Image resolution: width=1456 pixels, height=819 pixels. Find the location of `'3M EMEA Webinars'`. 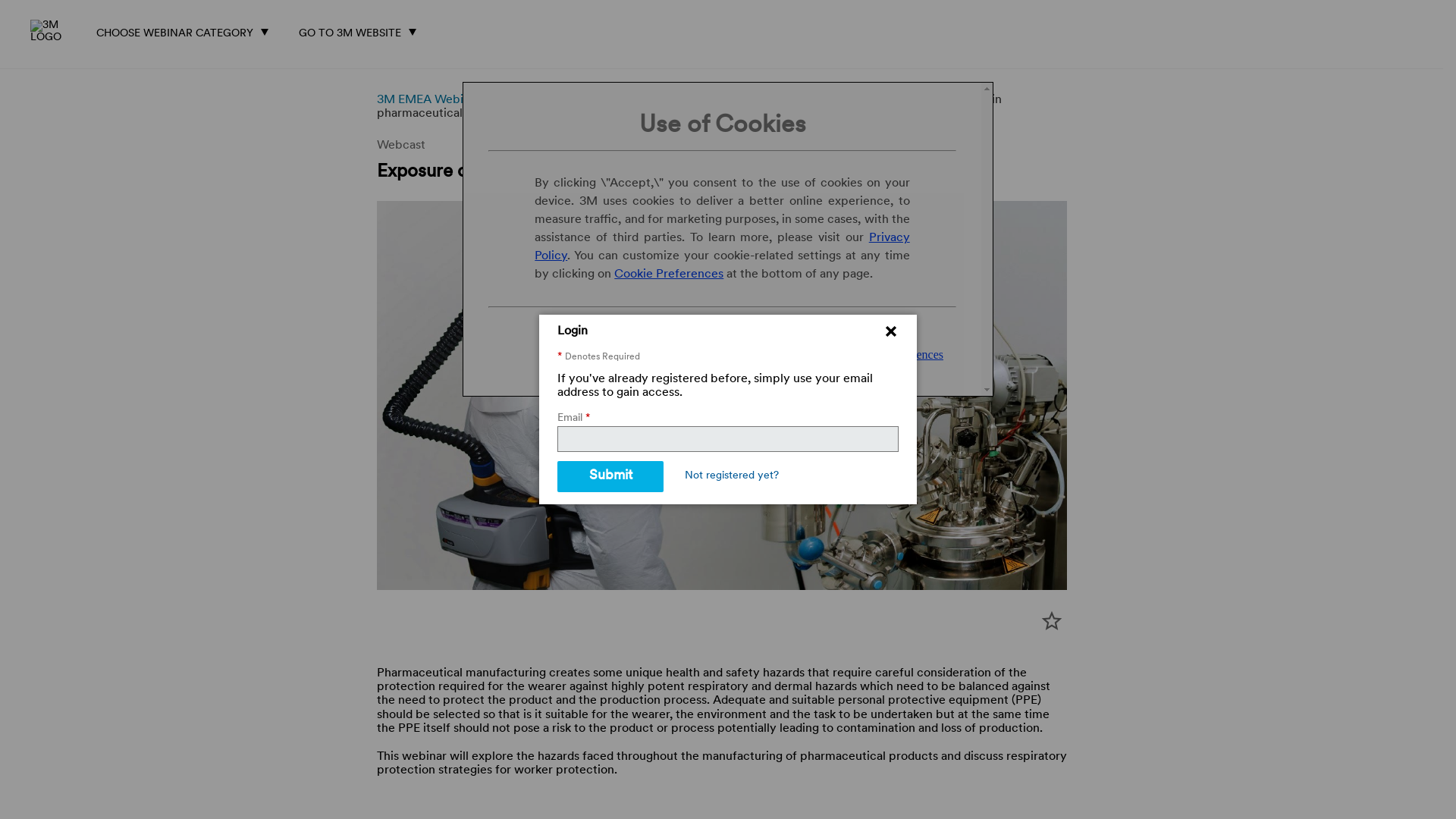

'3M EMEA Webinars' is located at coordinates (375, 99).